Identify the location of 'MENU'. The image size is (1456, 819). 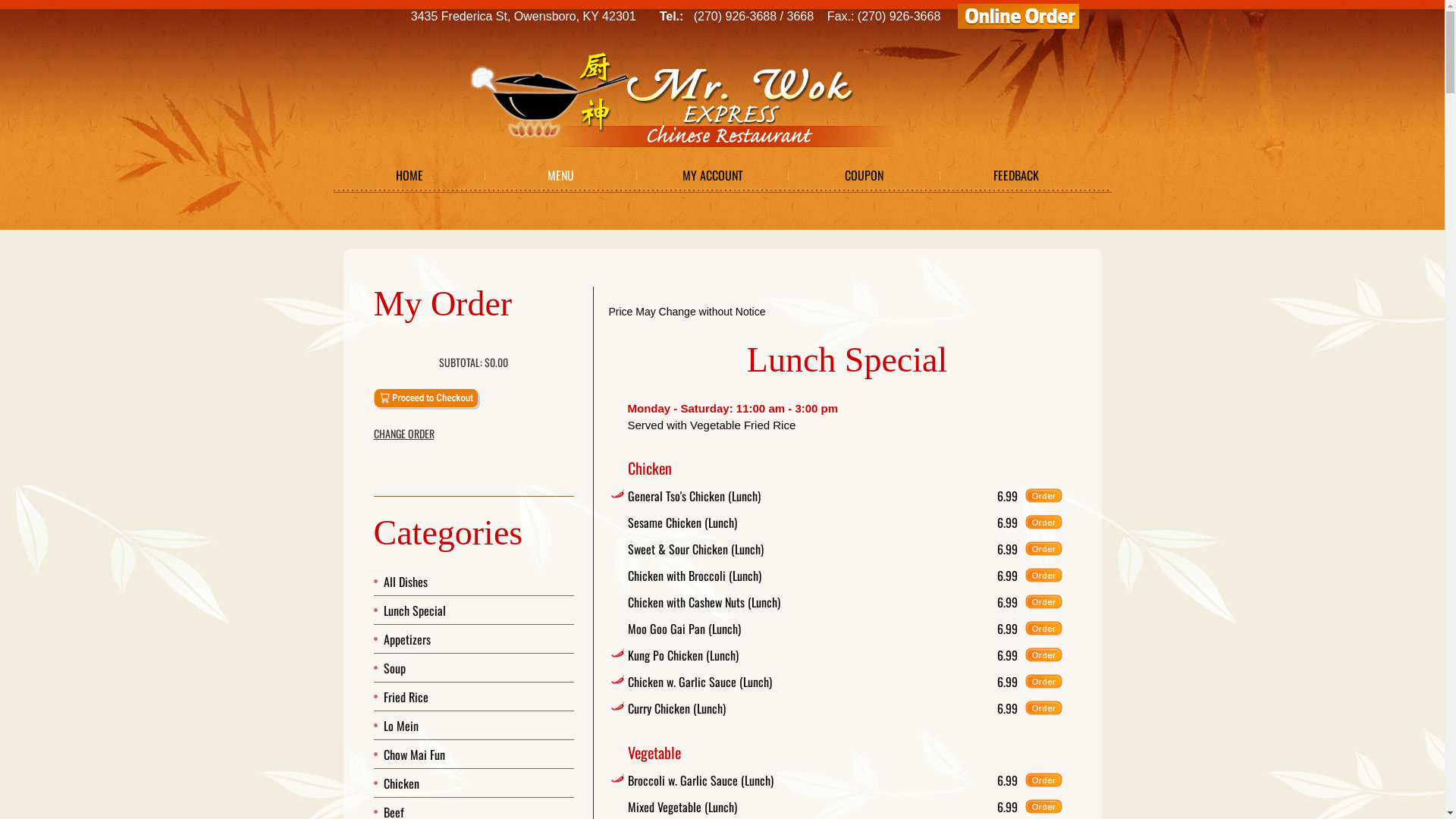
(560, 174).